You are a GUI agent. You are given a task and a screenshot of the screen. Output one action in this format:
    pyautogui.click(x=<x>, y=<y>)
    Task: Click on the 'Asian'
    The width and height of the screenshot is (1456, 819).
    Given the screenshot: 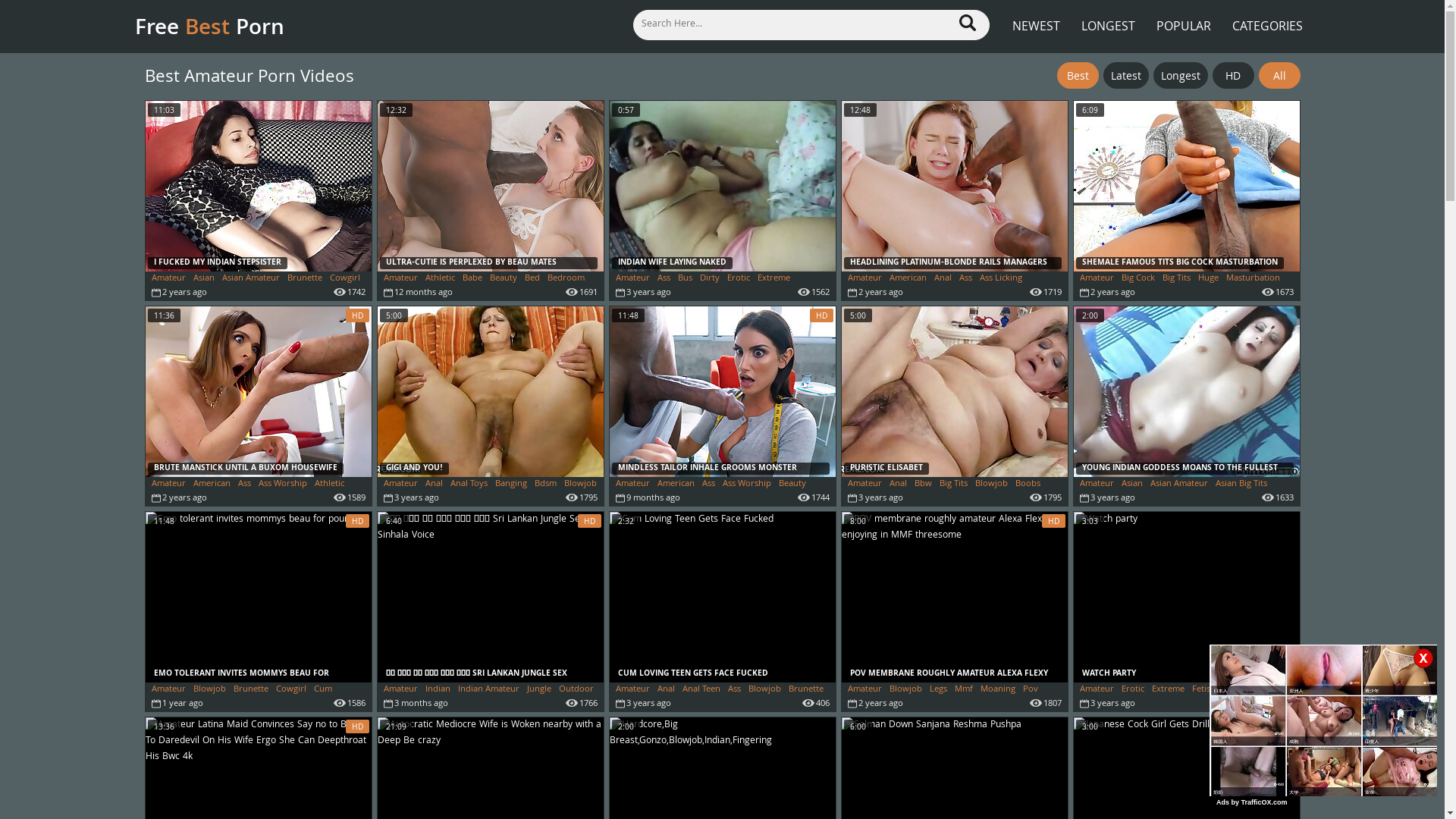 What is the action you would take?
    pyautogui.click(x=1131, y=484)
    